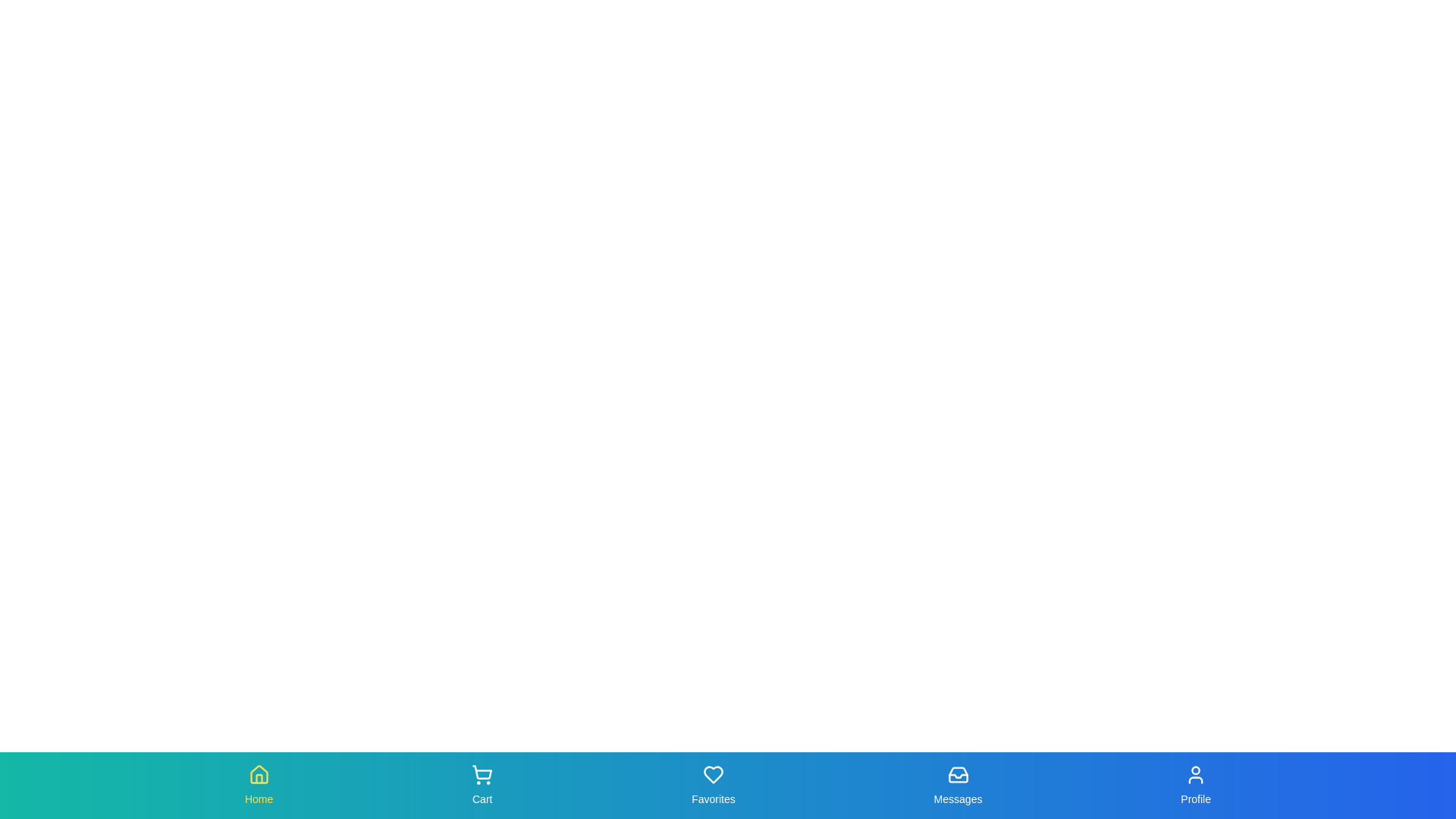 The height and width of the screenshot is (819, 1456). I want to click on the Profile tab in the bottom navigation bar, so click(1195, 785).